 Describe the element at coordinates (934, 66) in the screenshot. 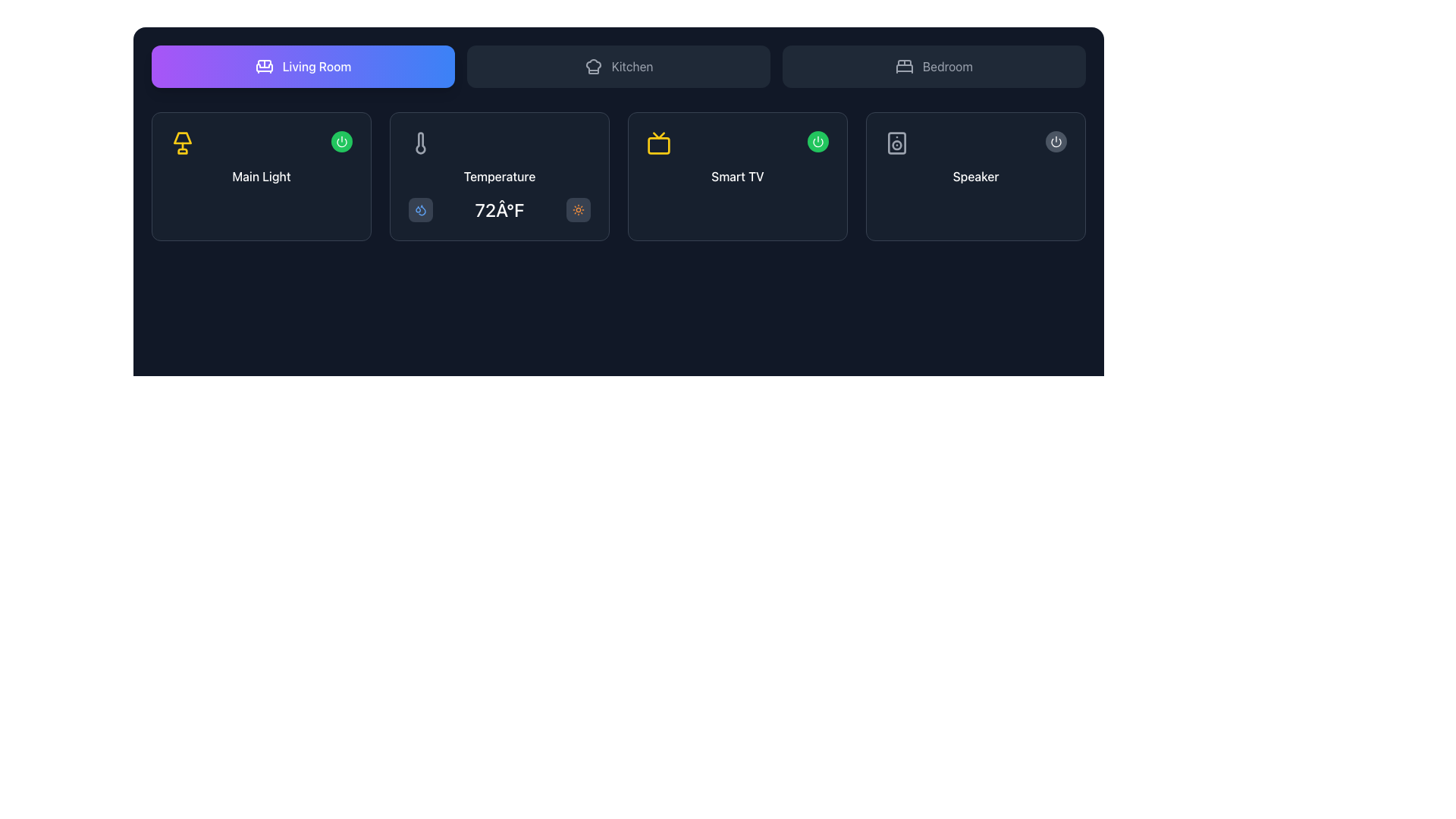

I see `the 'Bedroom' button, which is the third button in a row located near the upper-right corner of the interface` at that location.